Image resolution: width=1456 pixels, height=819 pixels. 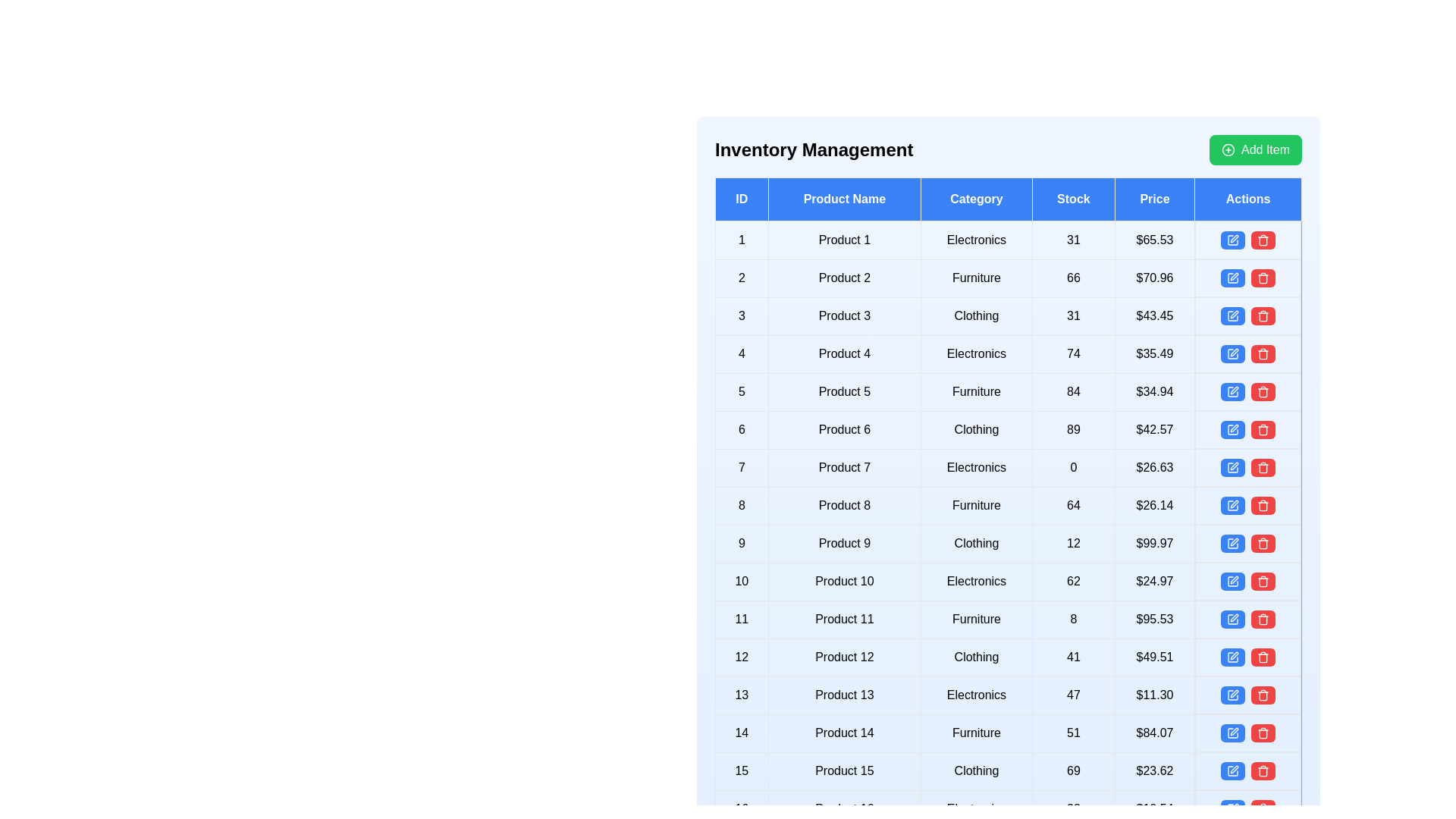 I want to click on the header of the column to sort or filter the table by Stock, so click(x=1072, y=198).